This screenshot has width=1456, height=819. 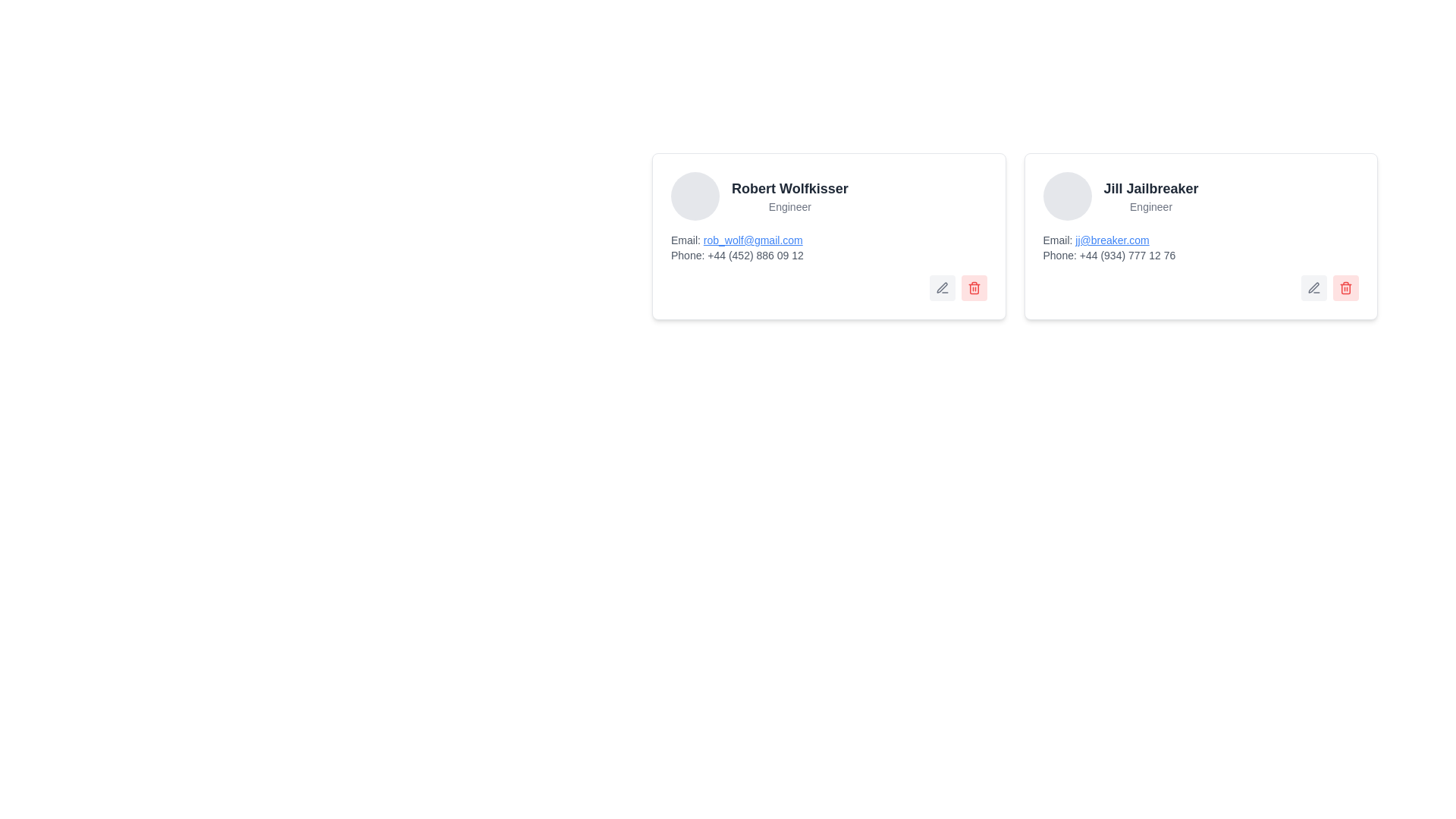 What do you see at coordinates (828, 247) in the screenshot?
I see `the email hyperlink` at bounding box center [828, 247].